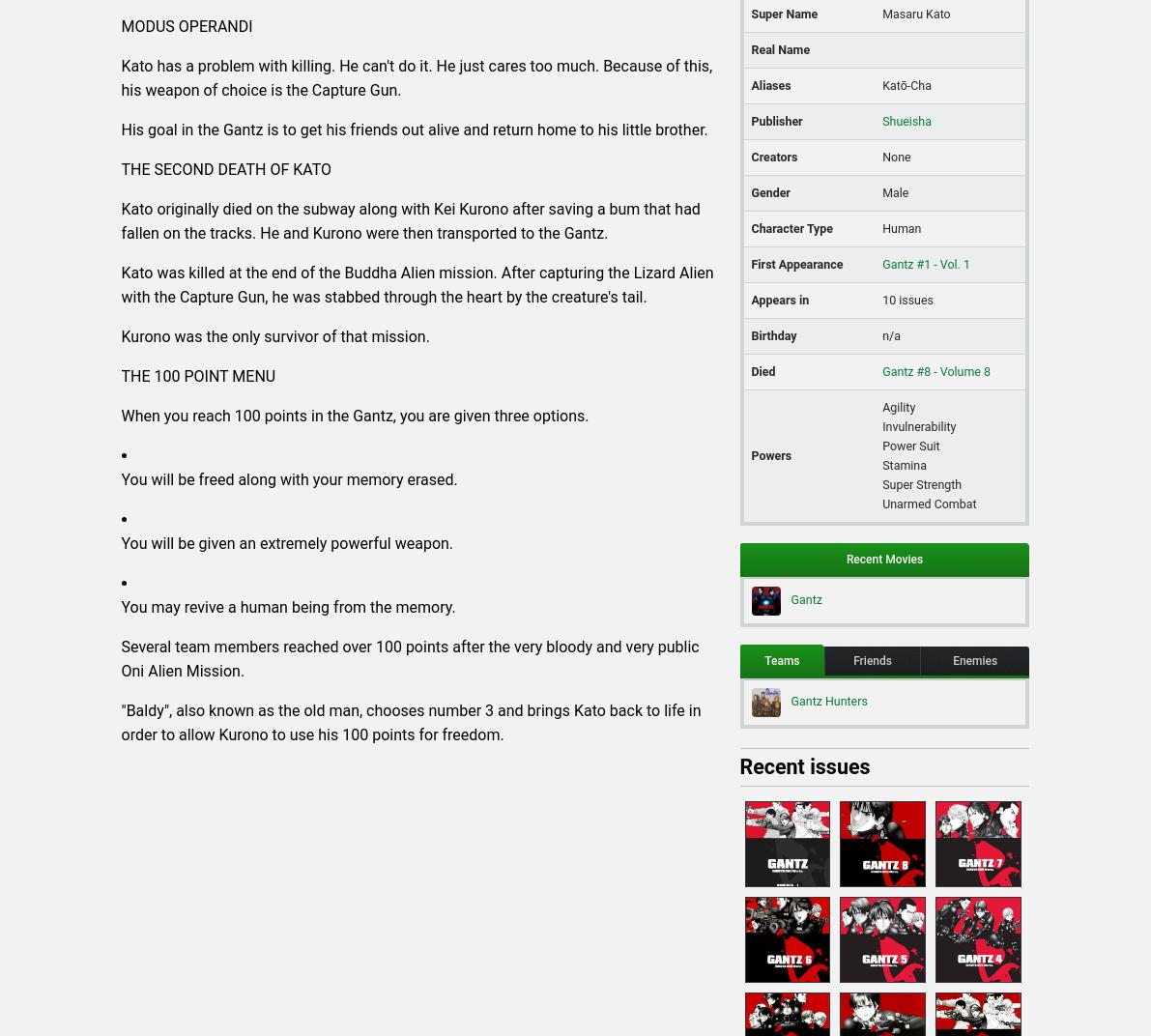  What do you see at coordinates (883, 558) in the screenshot?
I see `'Recent Movies'` at bounding box center [883, 558].